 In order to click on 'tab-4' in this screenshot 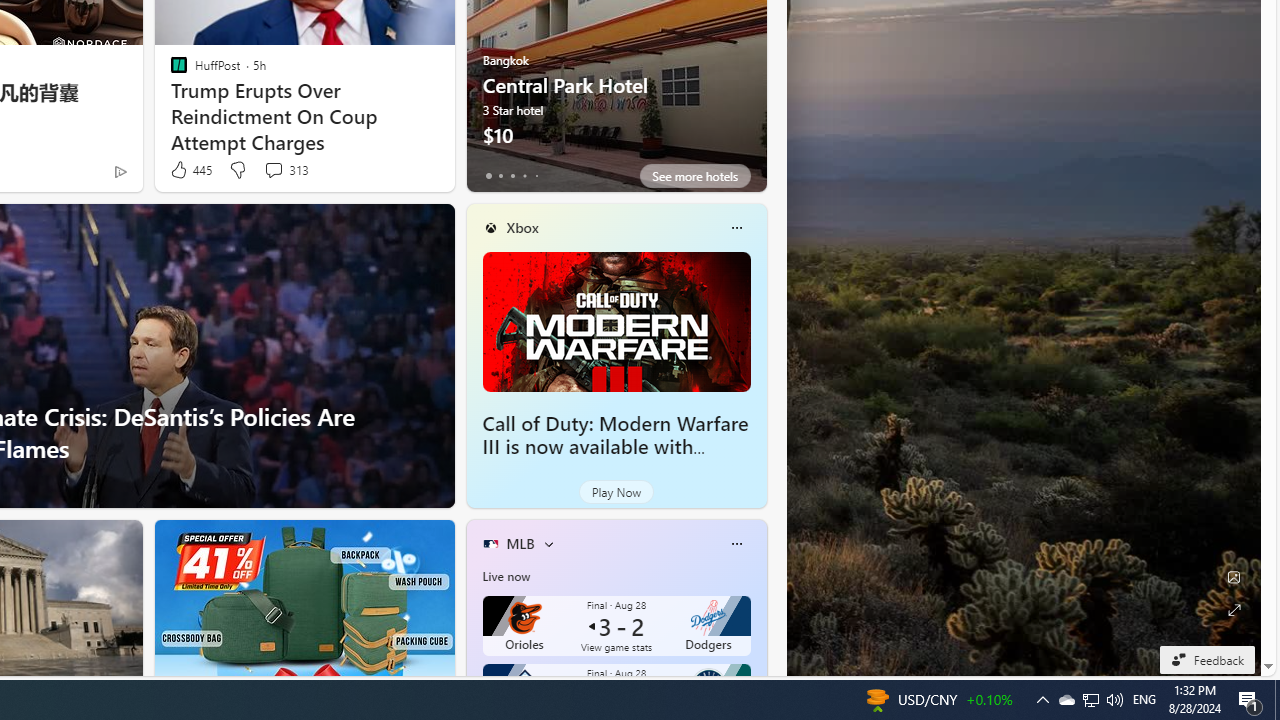, I will do `click(536, 175)`.